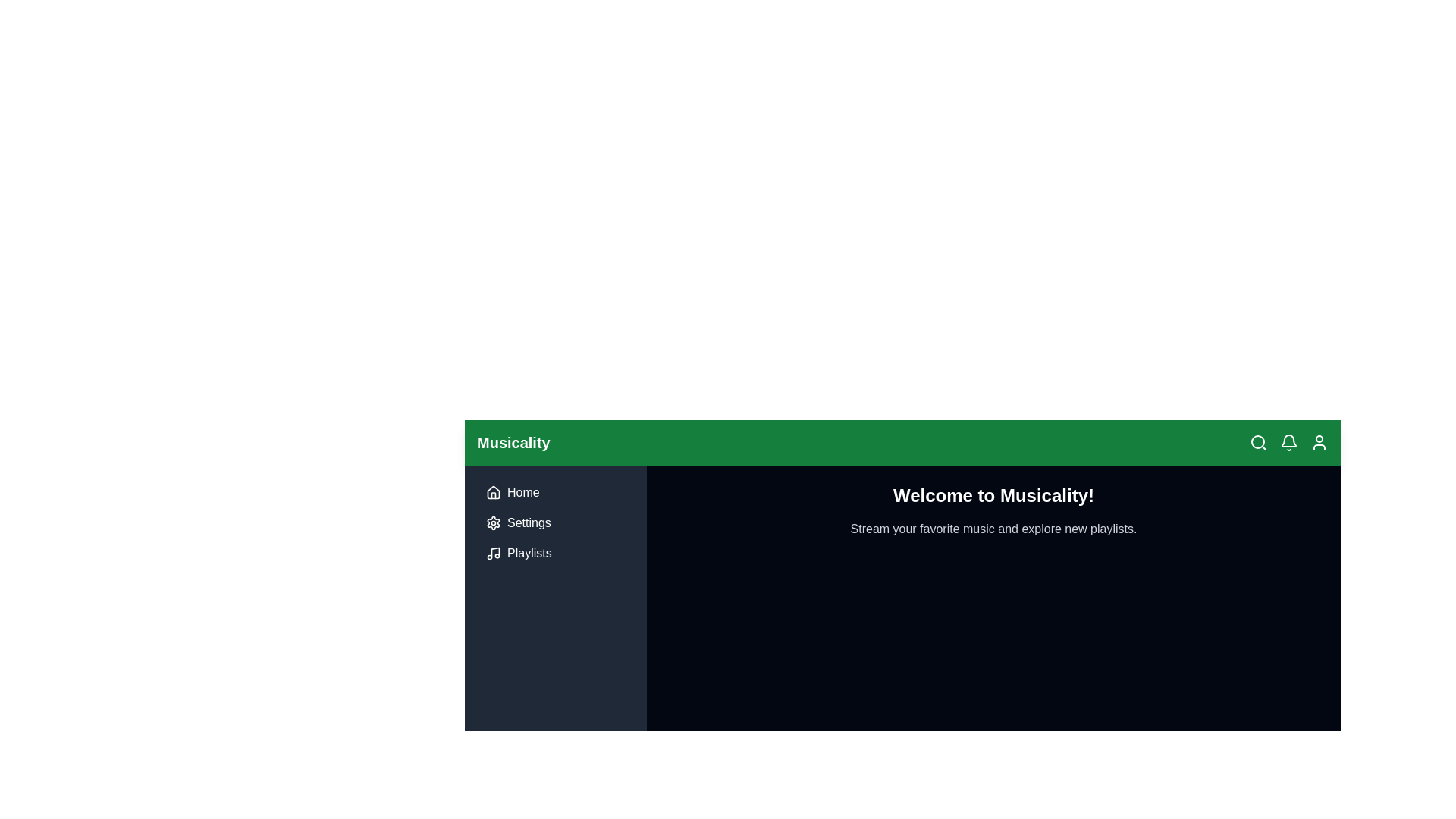 The height and width of the screenshot is (819, 1456). What do you see at coordinates (494, 491) in the screenshot?
I see `the 'Home' icon located in the top-left corner of the sidebar navigation menu` at bounding box center [494, 491].